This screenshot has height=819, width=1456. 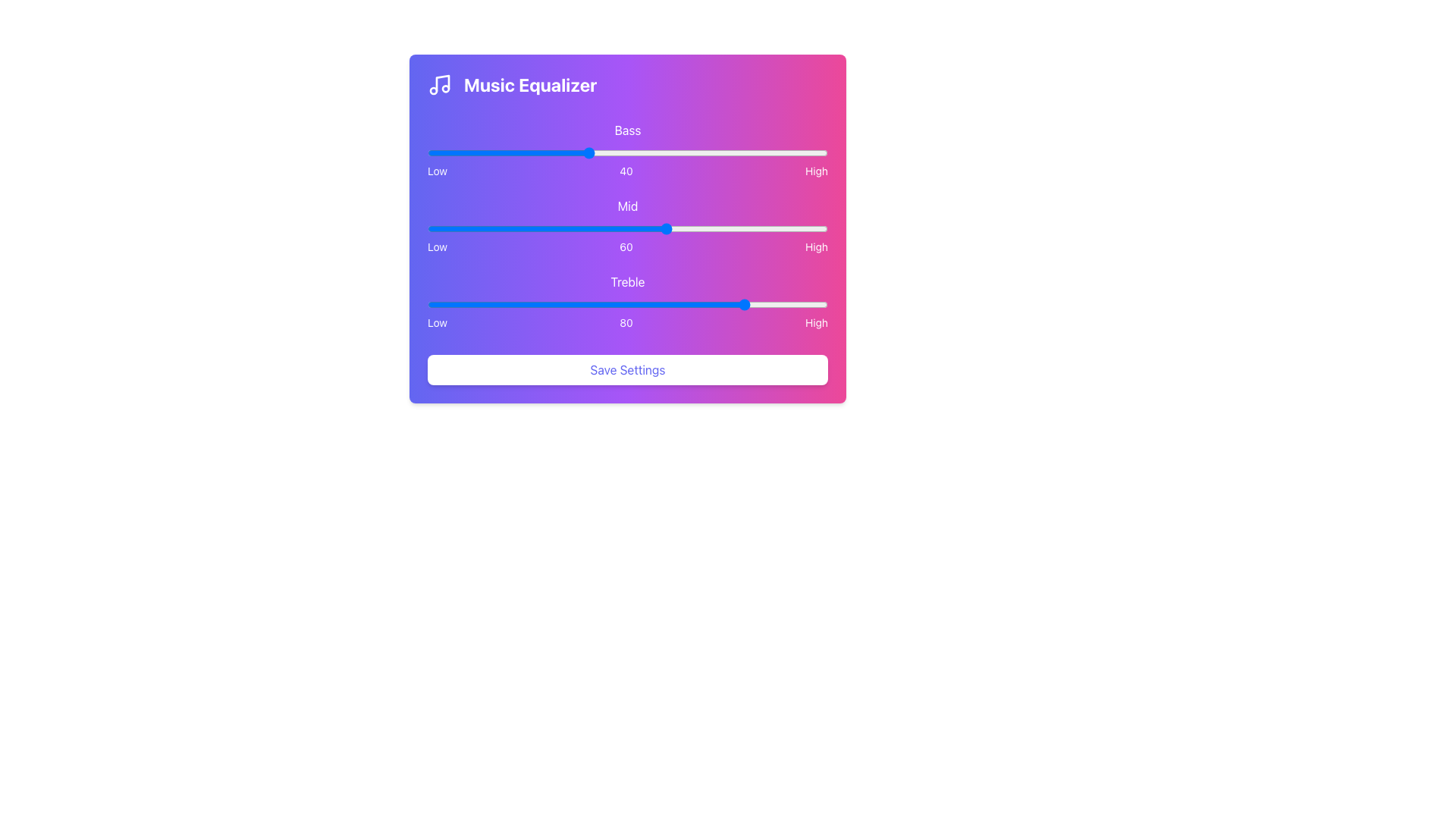 I want to click on the Text label group consisting of the labels 'Low', '80', and 'High' which indicates the scale for the 'Treble' slider in the music equalizer interface, so click(x=628, y=322).